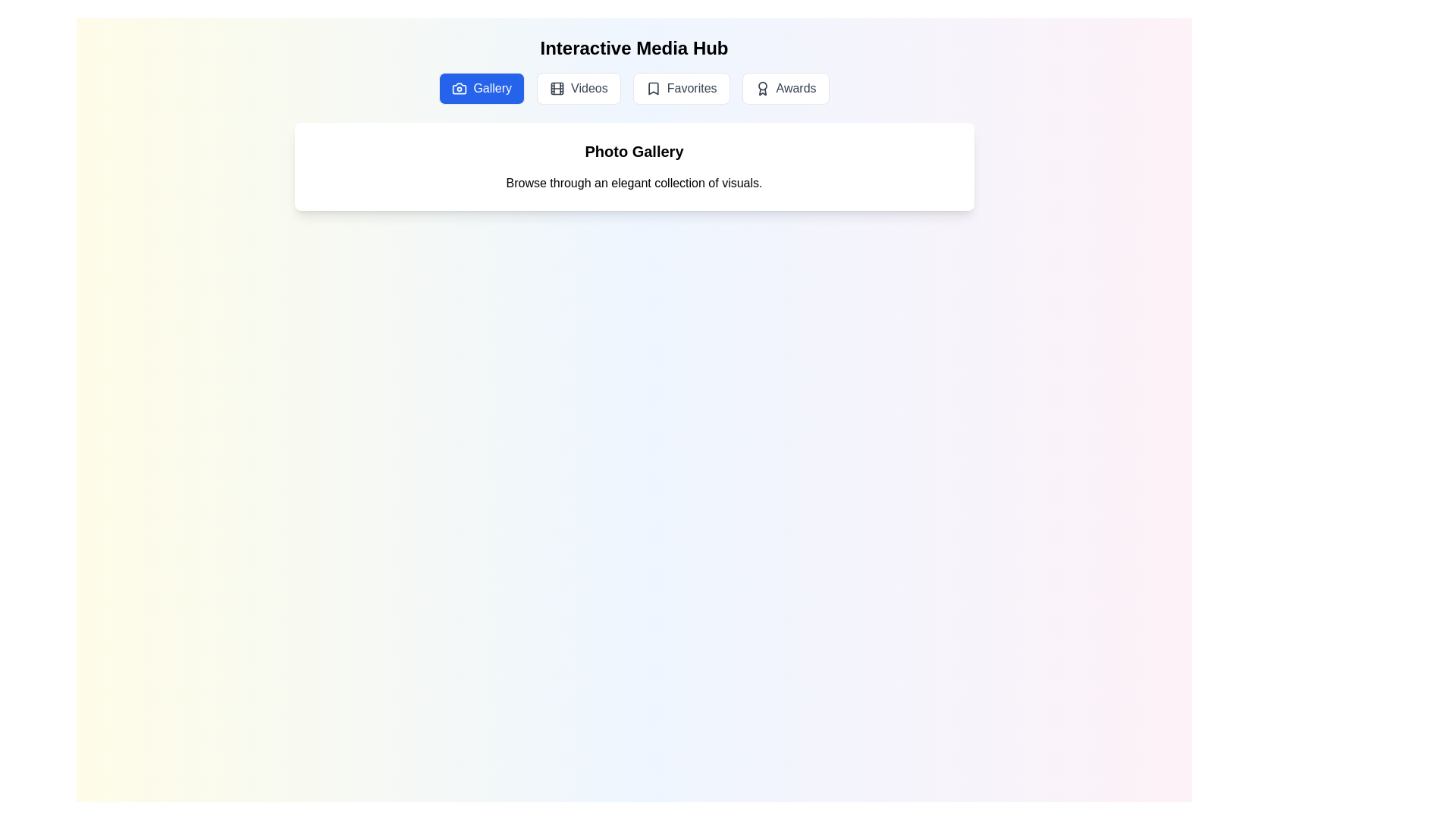 The image size is (1456, 819). Describe the element at coordinates (786, 88) in the screenshot. I see `the 'Awards' button, which is a rectangular button with rounded corners and an icon of a ribbon next to the text` at that location.